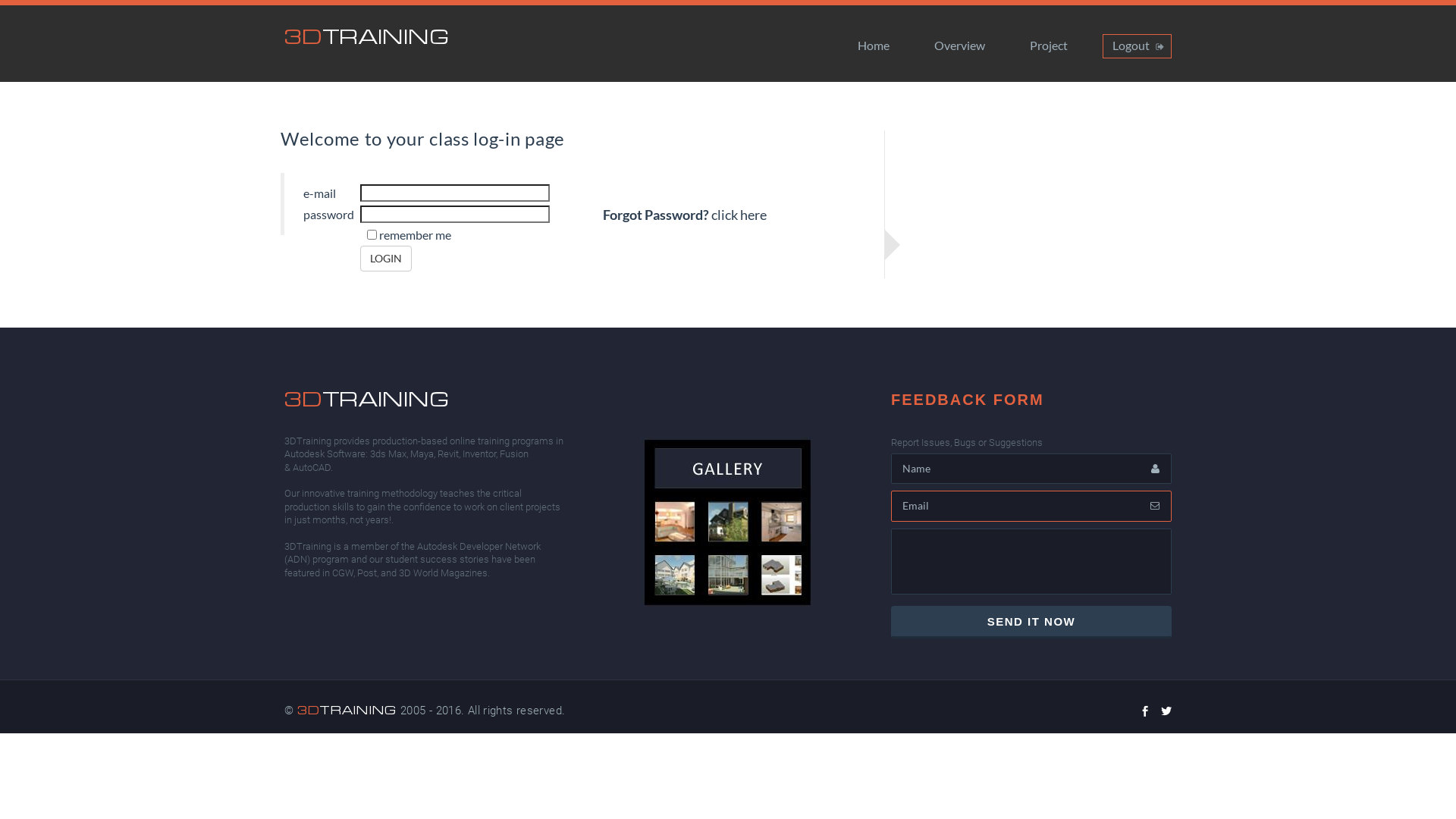 The height and width of the screenshot is (819, 1456). Describe the element at coordinates (1137, 45) in the screenshot. I see `'Logout'` at that location.